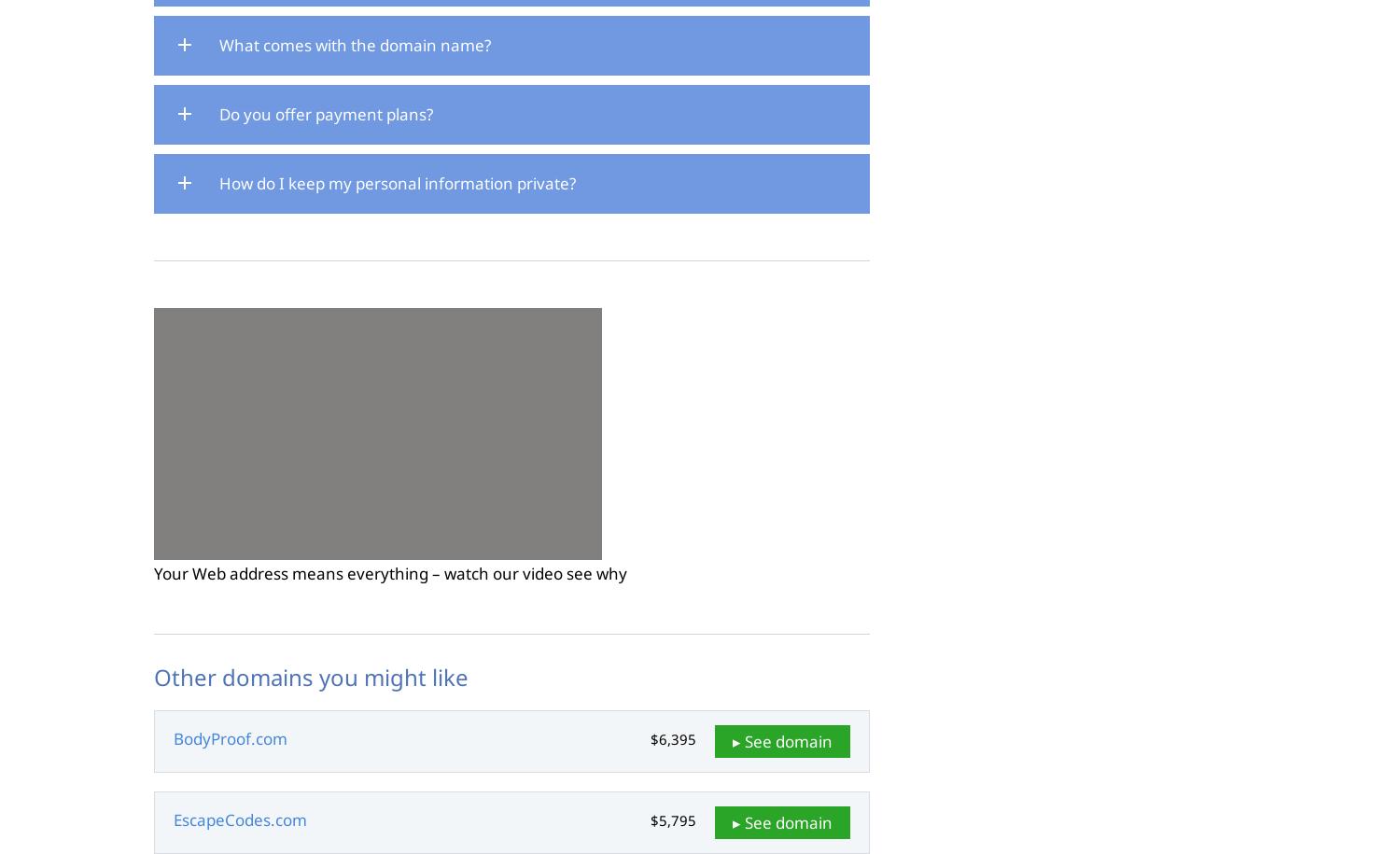 The image size is (1400, 854). Describe the element at coordinates (218, 45) in the screenshot. I see `'What comes with the domain name?'` at that location.